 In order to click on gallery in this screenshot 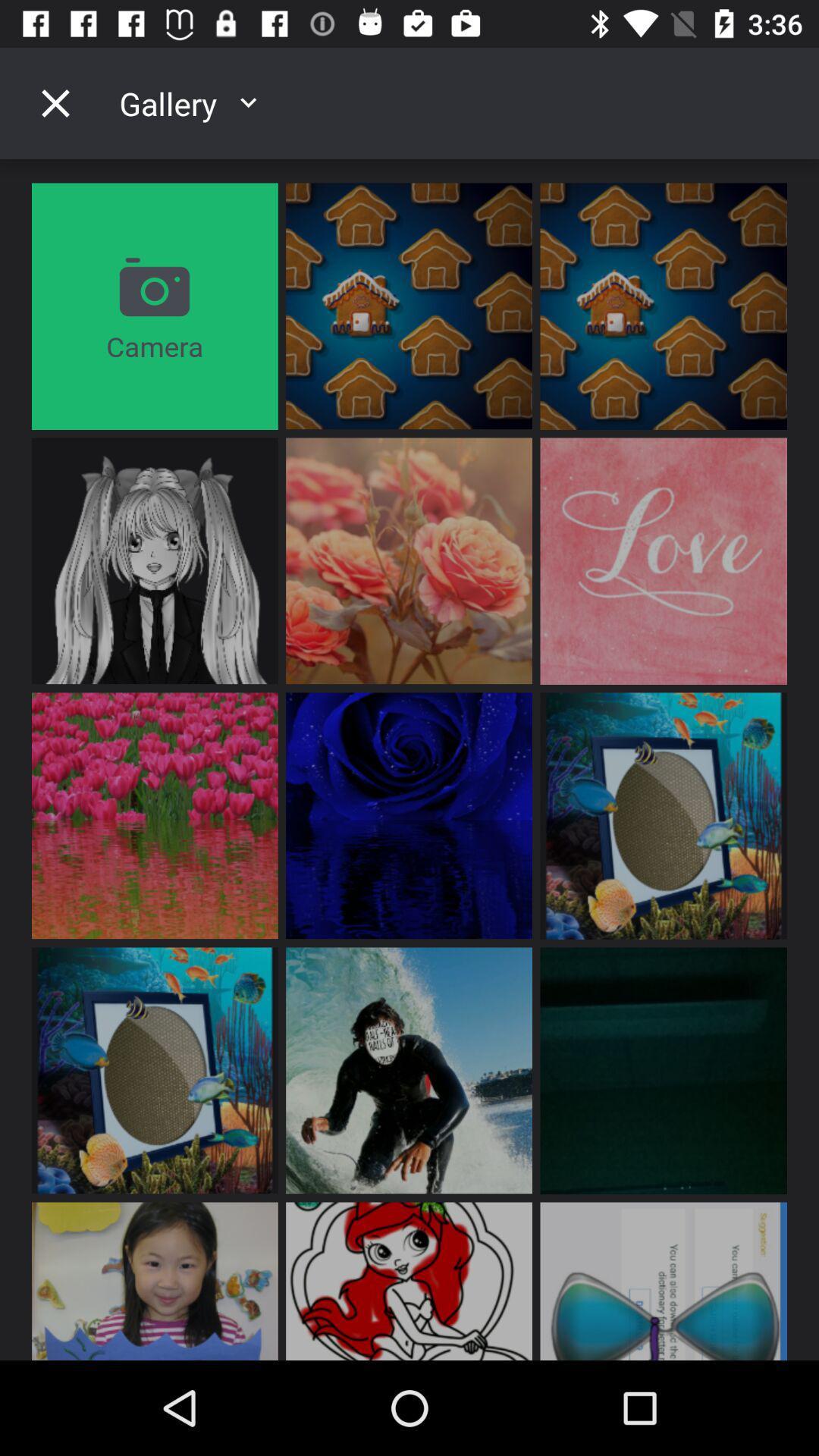, I will do `click(366, 102)`.